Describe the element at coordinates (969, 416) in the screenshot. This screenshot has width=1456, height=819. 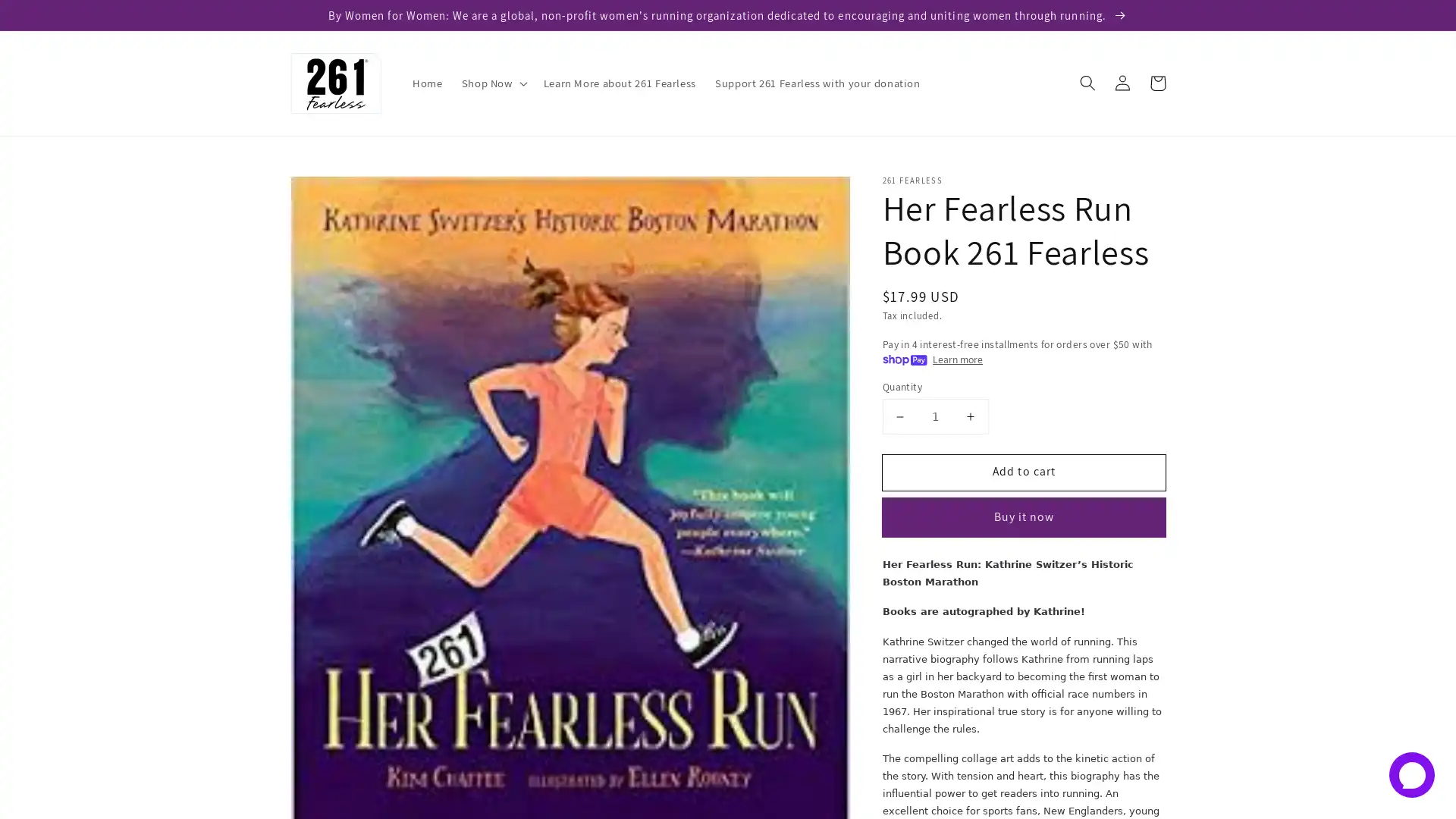
I see `Increase quantity for Her Fearless Run Book 261 Fearless` at that location.